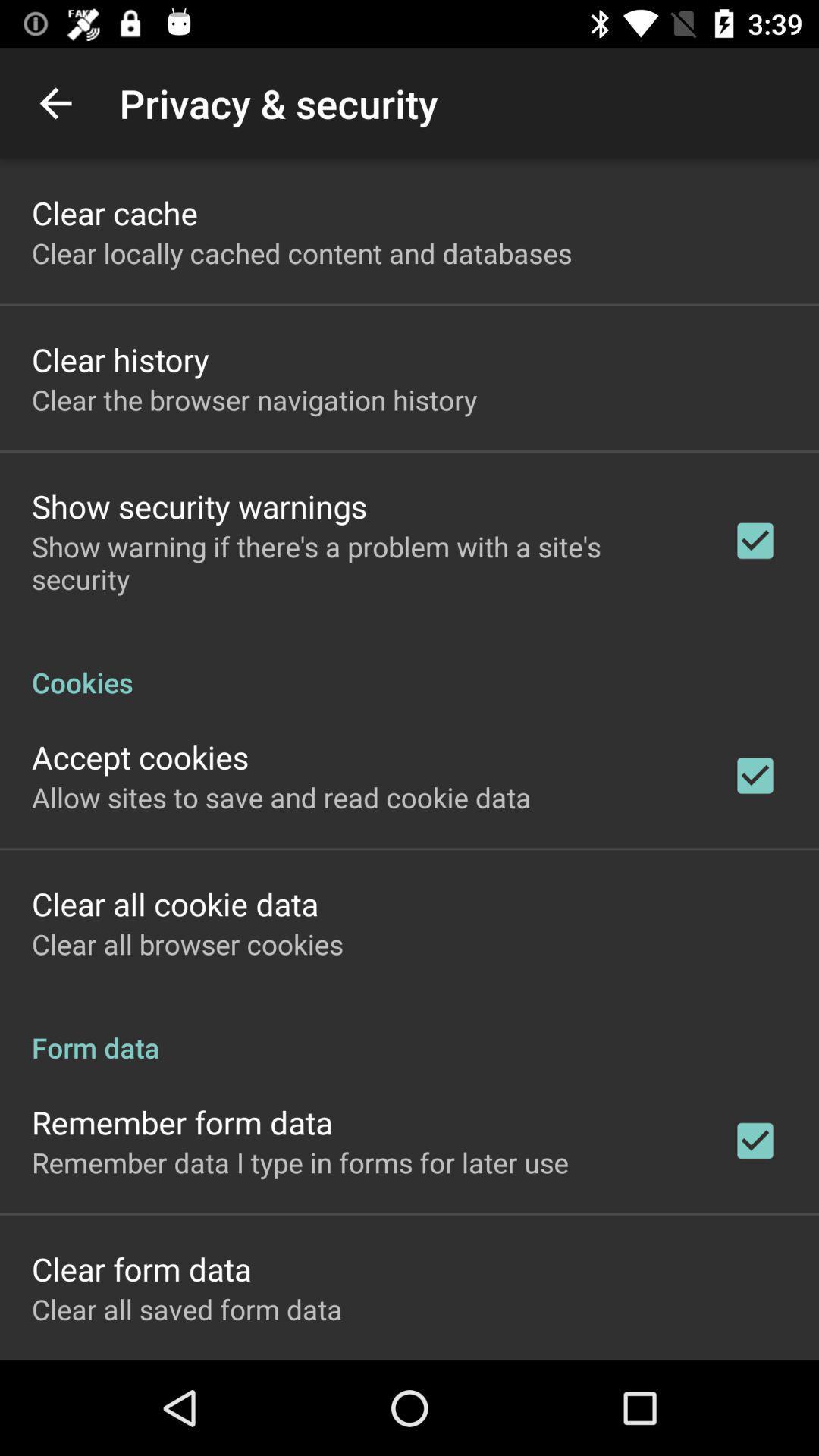 Image resolution: width=819 pixels, height=1456 pixels. Describe the element at coordinates (140, 757) in the screenshot. I see `icon below the cookies icon` at that location.